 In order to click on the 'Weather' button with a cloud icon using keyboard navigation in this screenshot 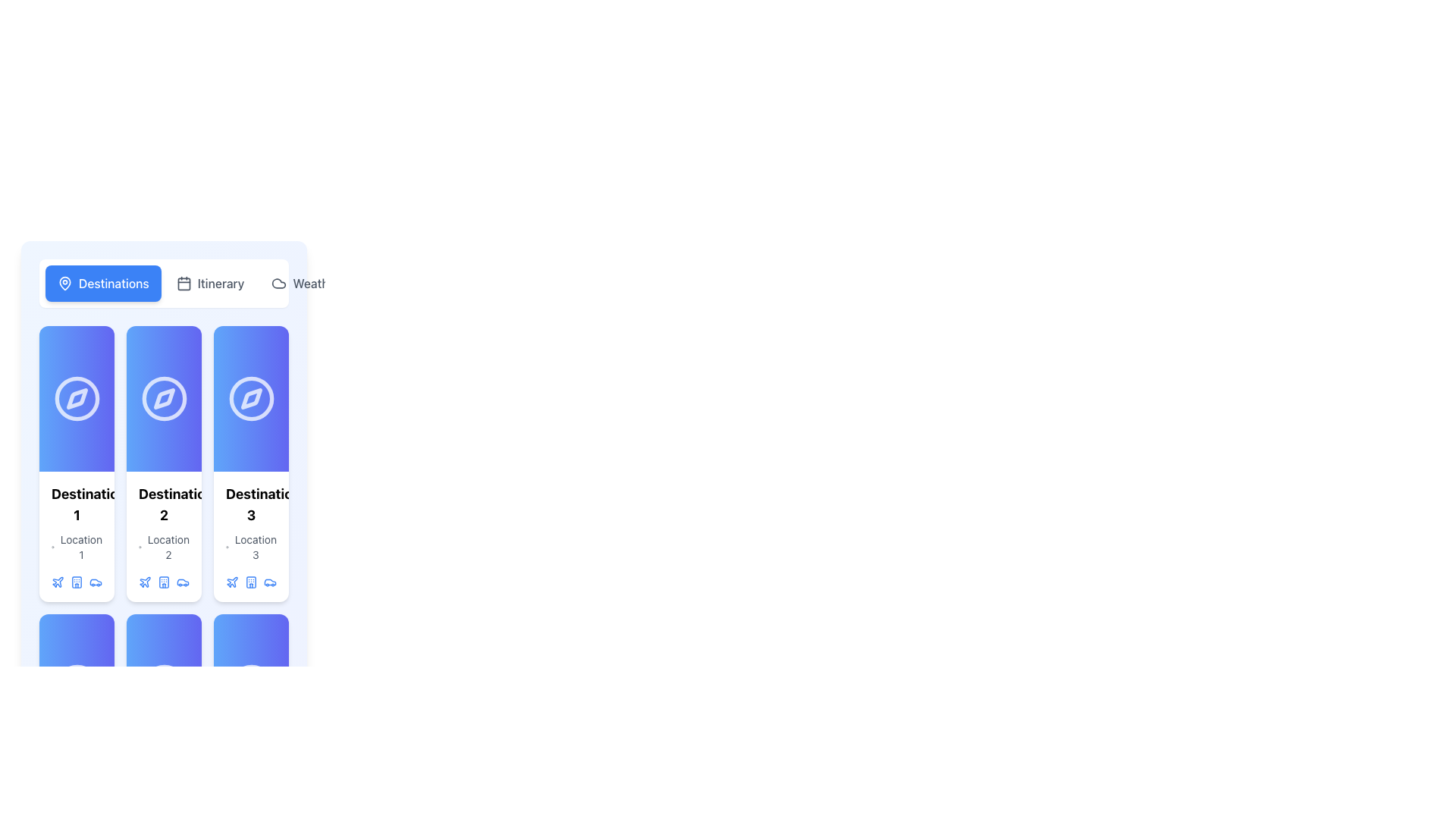, I will do `click(305, 284)`.